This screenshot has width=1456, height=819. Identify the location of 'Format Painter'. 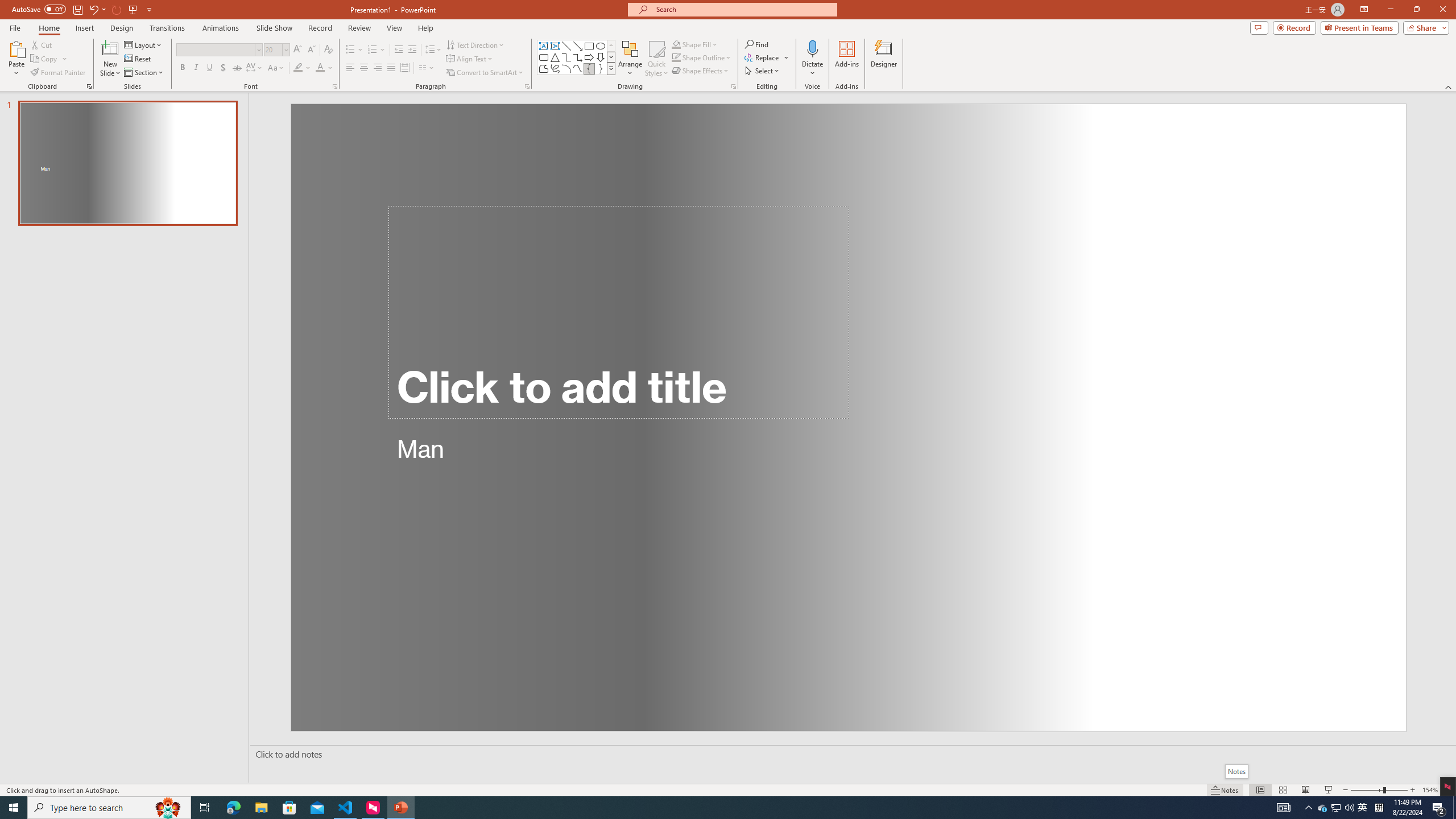
(58, 72).